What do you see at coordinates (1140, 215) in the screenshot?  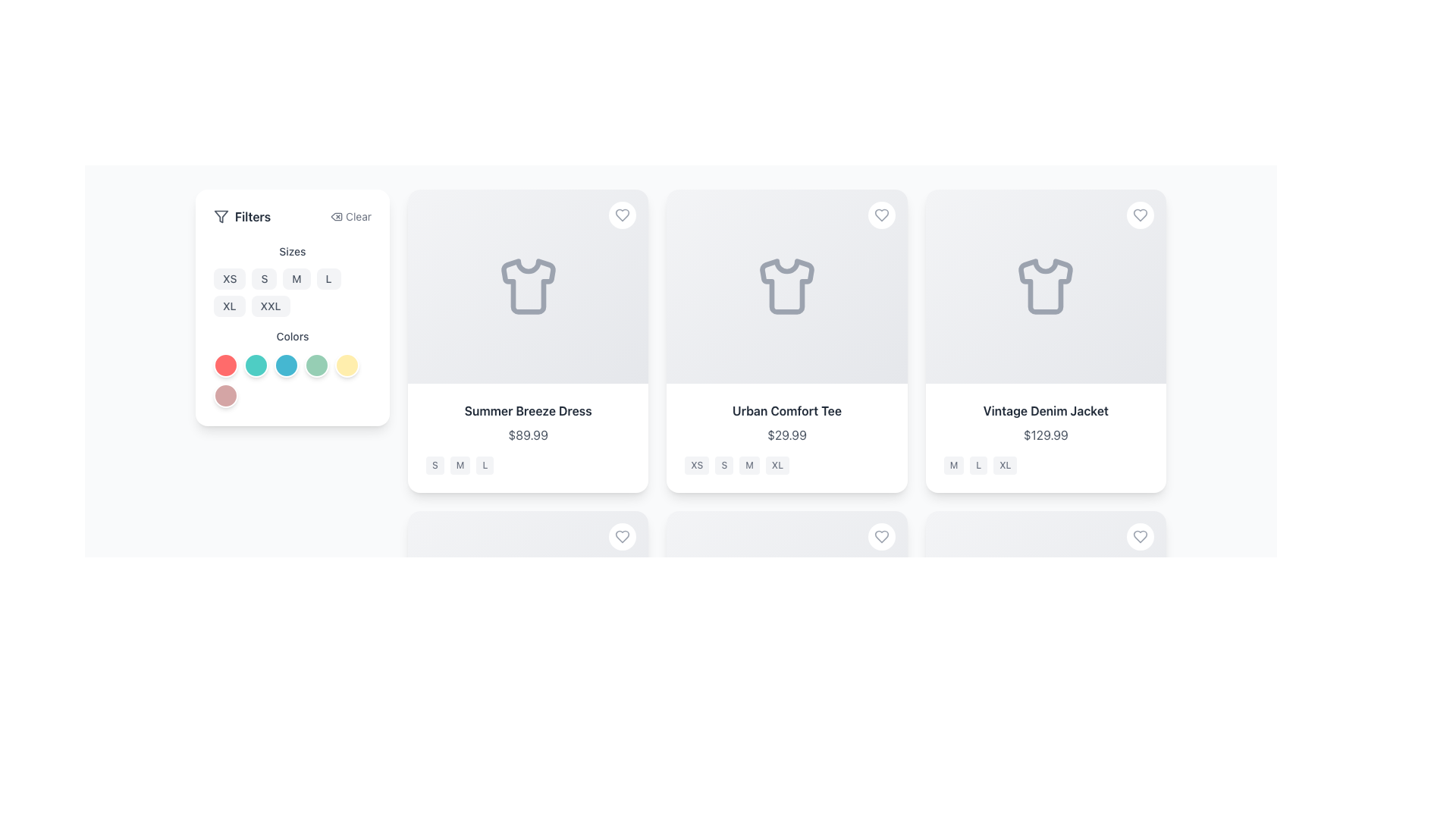 I see `the graphical heart icon with a hollow interior located in the top-right corner of the 'Vintage Denim Jacket' product card` at bounding box center [1140, 215].